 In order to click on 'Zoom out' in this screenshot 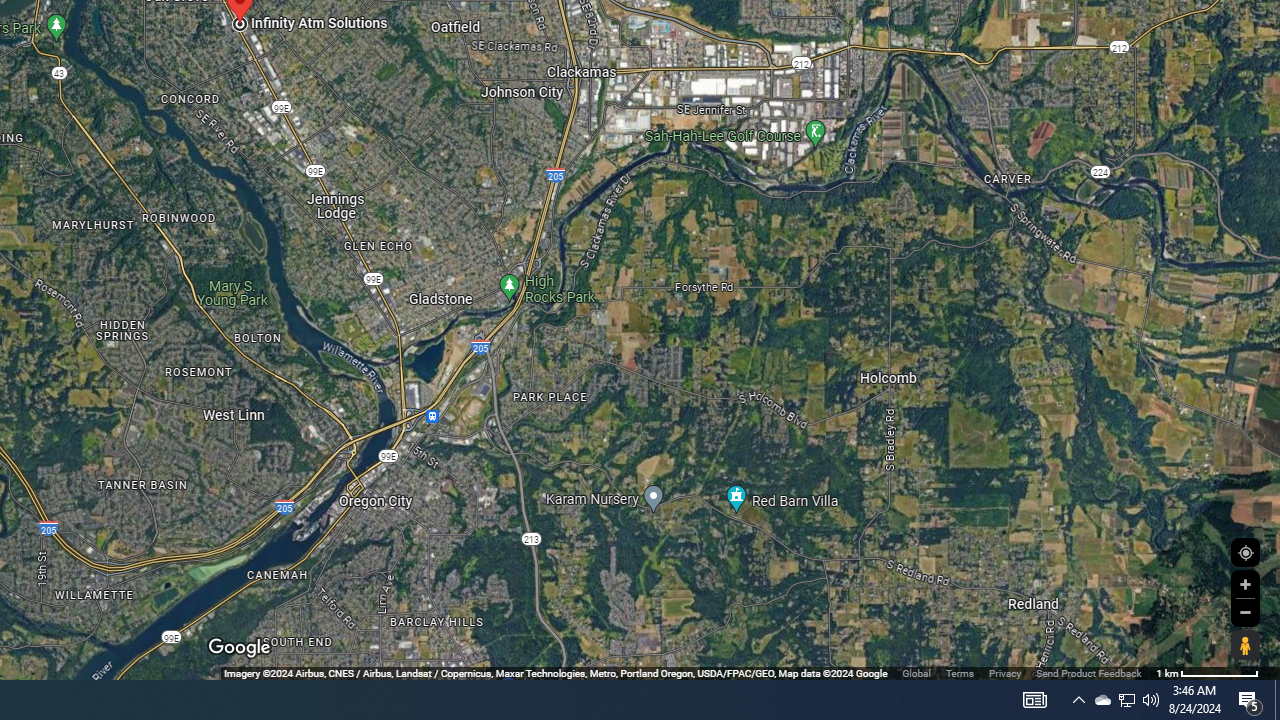, I will do `click(1244, 611)`.